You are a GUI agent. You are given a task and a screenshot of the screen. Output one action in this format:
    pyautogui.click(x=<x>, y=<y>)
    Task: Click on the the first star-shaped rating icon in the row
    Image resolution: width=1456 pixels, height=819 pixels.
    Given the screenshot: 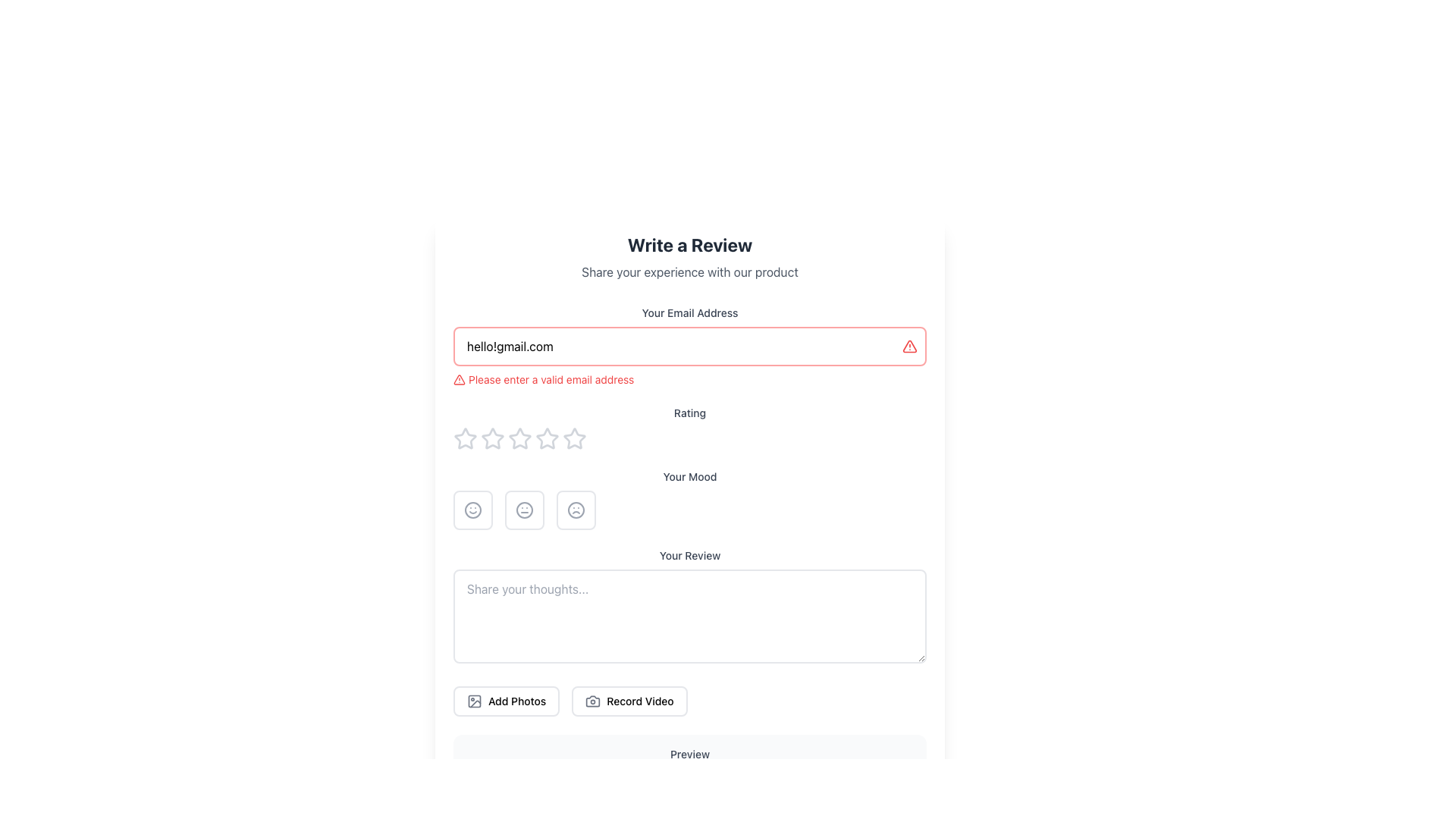 What is the action you would take?
    pyautogui.click(x=465, y=438)
    